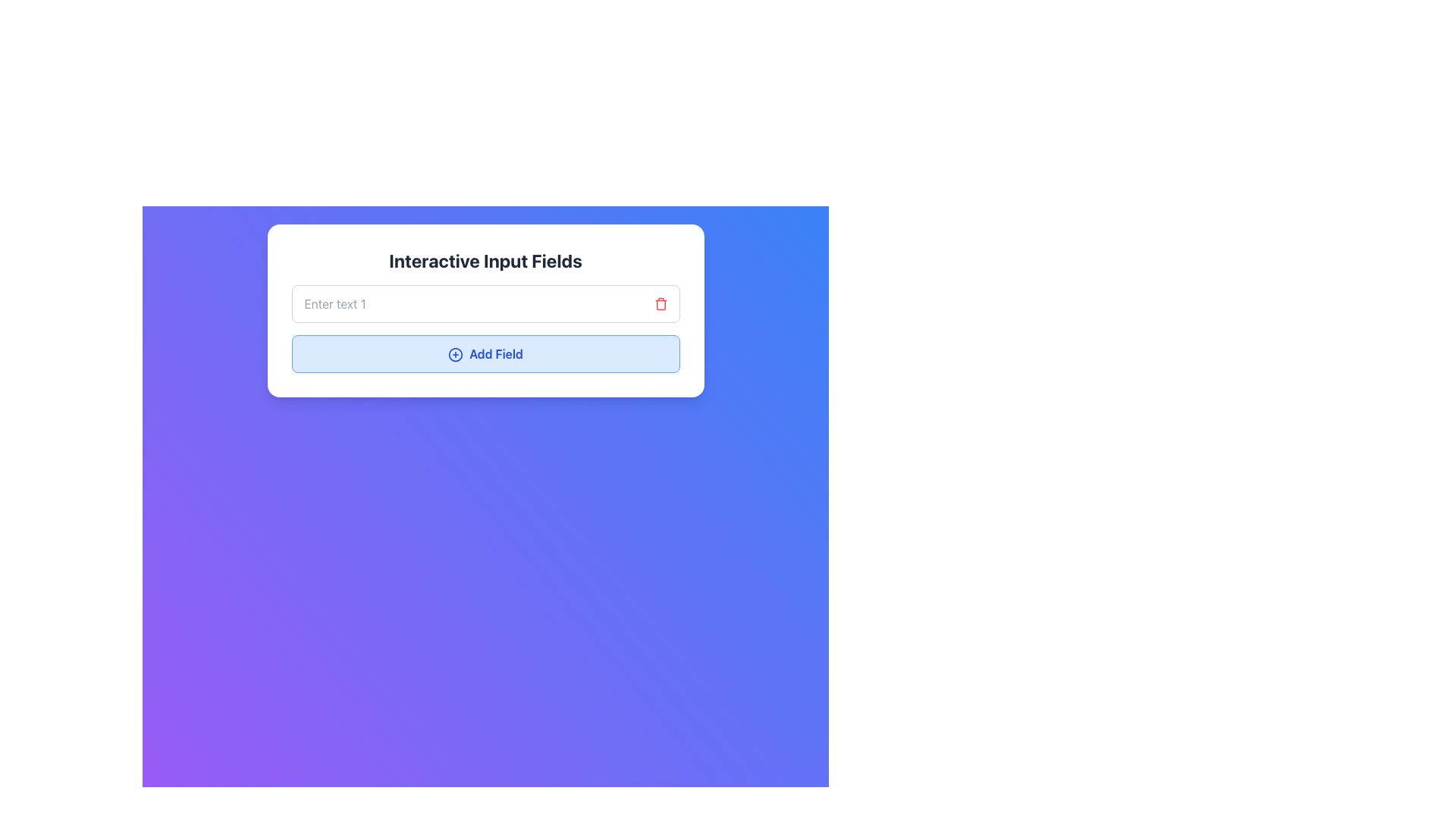 The image size is (1456, 819). Describe the element at coordinates (485, 259) in the screenshot. I see `the Static text header located centrally at the top of the section, above the input field and 'Add Field' button` at that location.